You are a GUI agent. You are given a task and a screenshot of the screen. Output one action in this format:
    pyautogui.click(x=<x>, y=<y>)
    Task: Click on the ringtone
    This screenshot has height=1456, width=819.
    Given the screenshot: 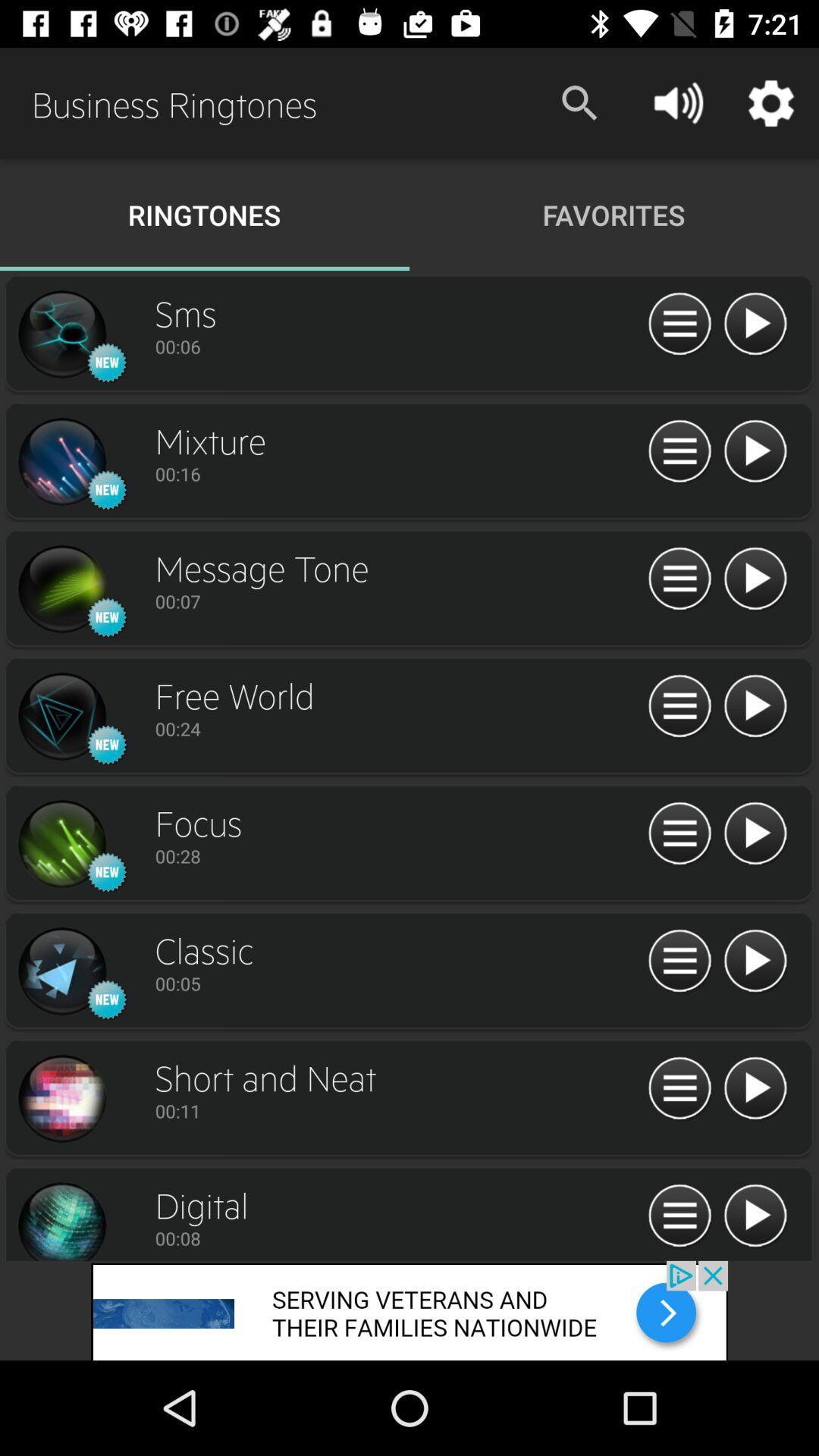 What is the action you would take?
    pyautogui.click(x=61, y=716)
    